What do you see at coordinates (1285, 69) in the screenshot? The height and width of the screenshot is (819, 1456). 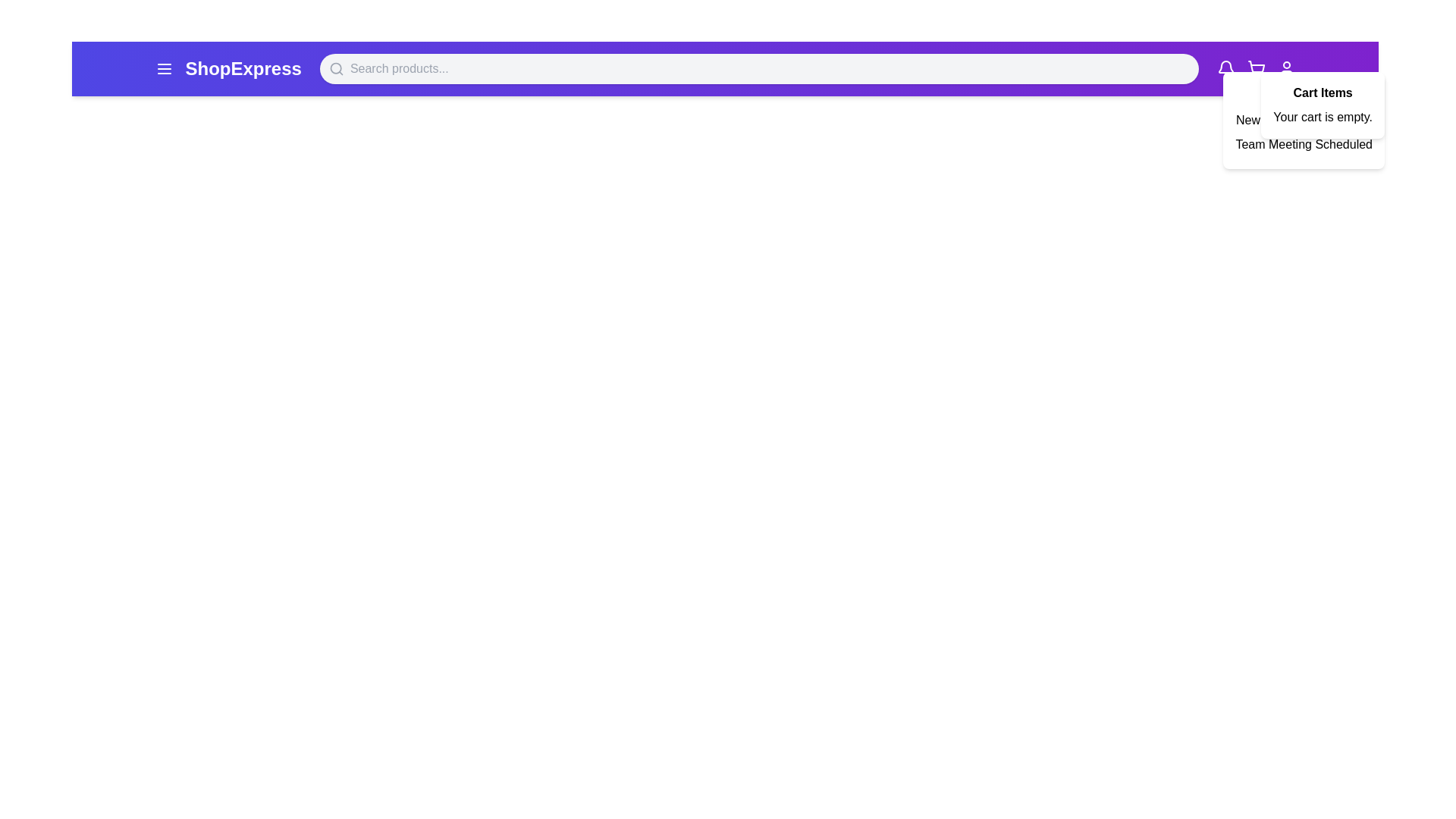 I see `the user icon to open the user-related actions menu` at bounding box center [1285, 69].